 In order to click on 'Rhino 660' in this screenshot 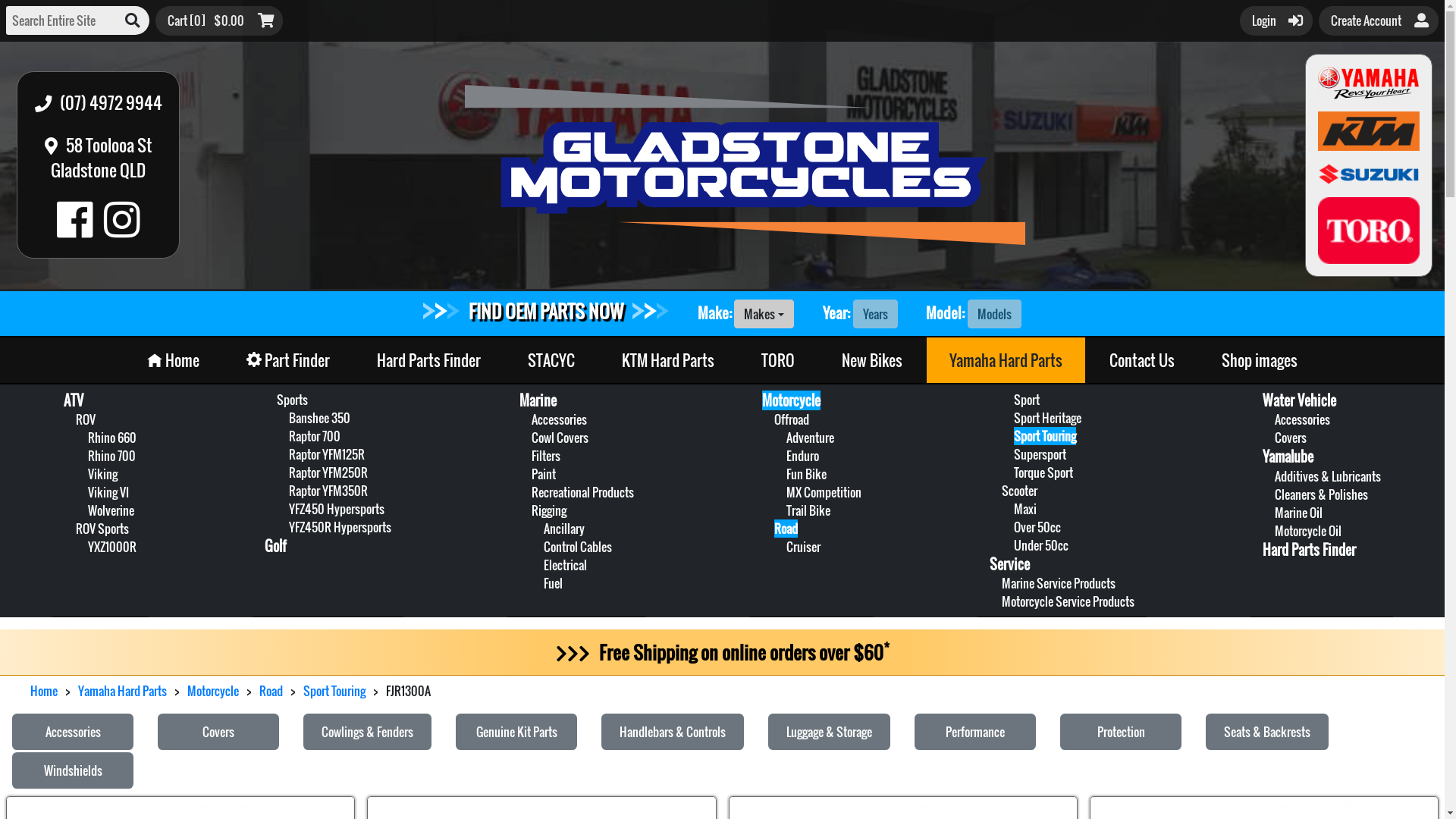, I will do `click(111, 438)`.